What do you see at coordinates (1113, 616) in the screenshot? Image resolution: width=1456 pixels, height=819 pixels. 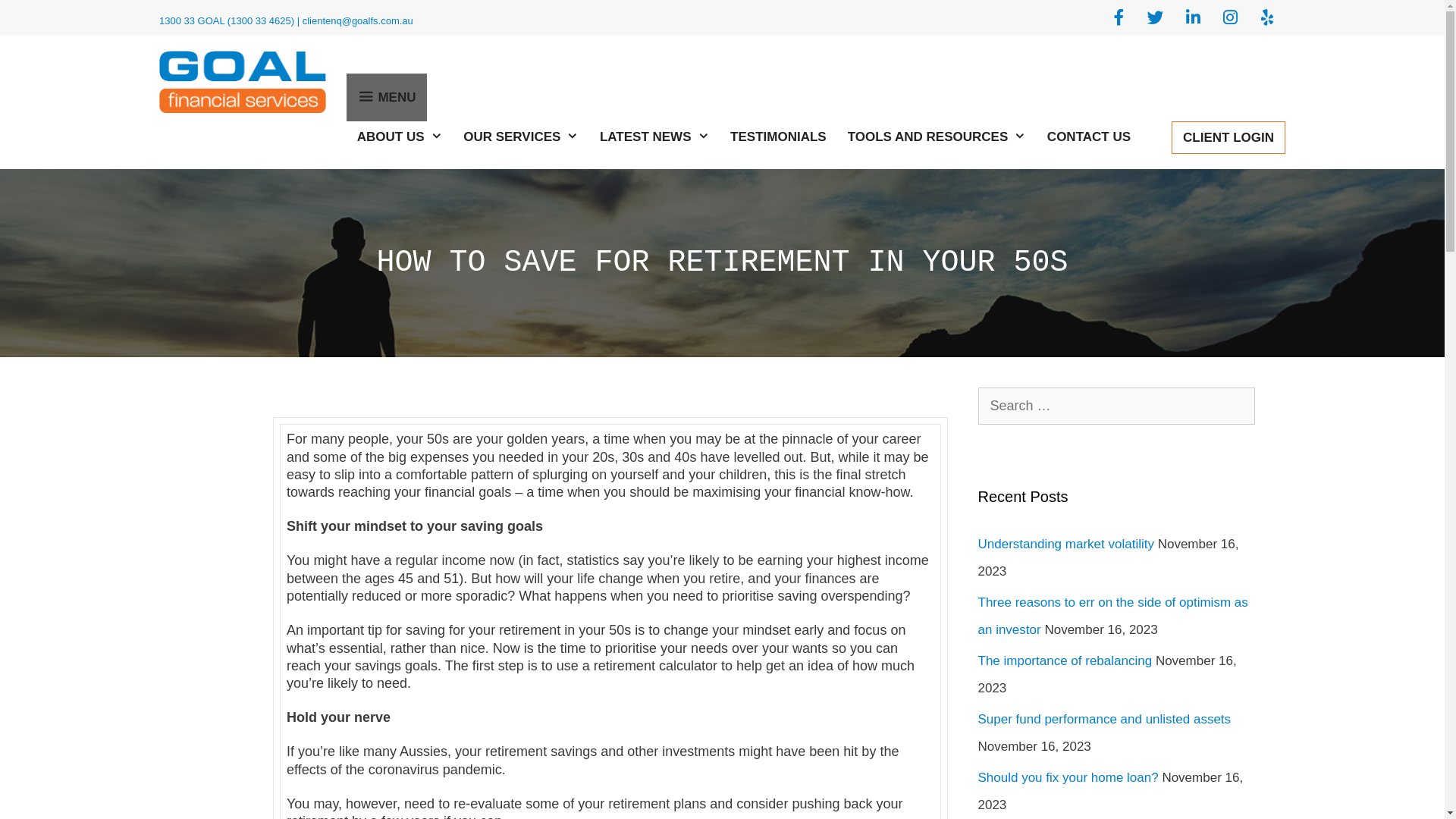 I see `'Three reasons to err on the side of optimism as an investor'` at bounding box center [1113, 616].